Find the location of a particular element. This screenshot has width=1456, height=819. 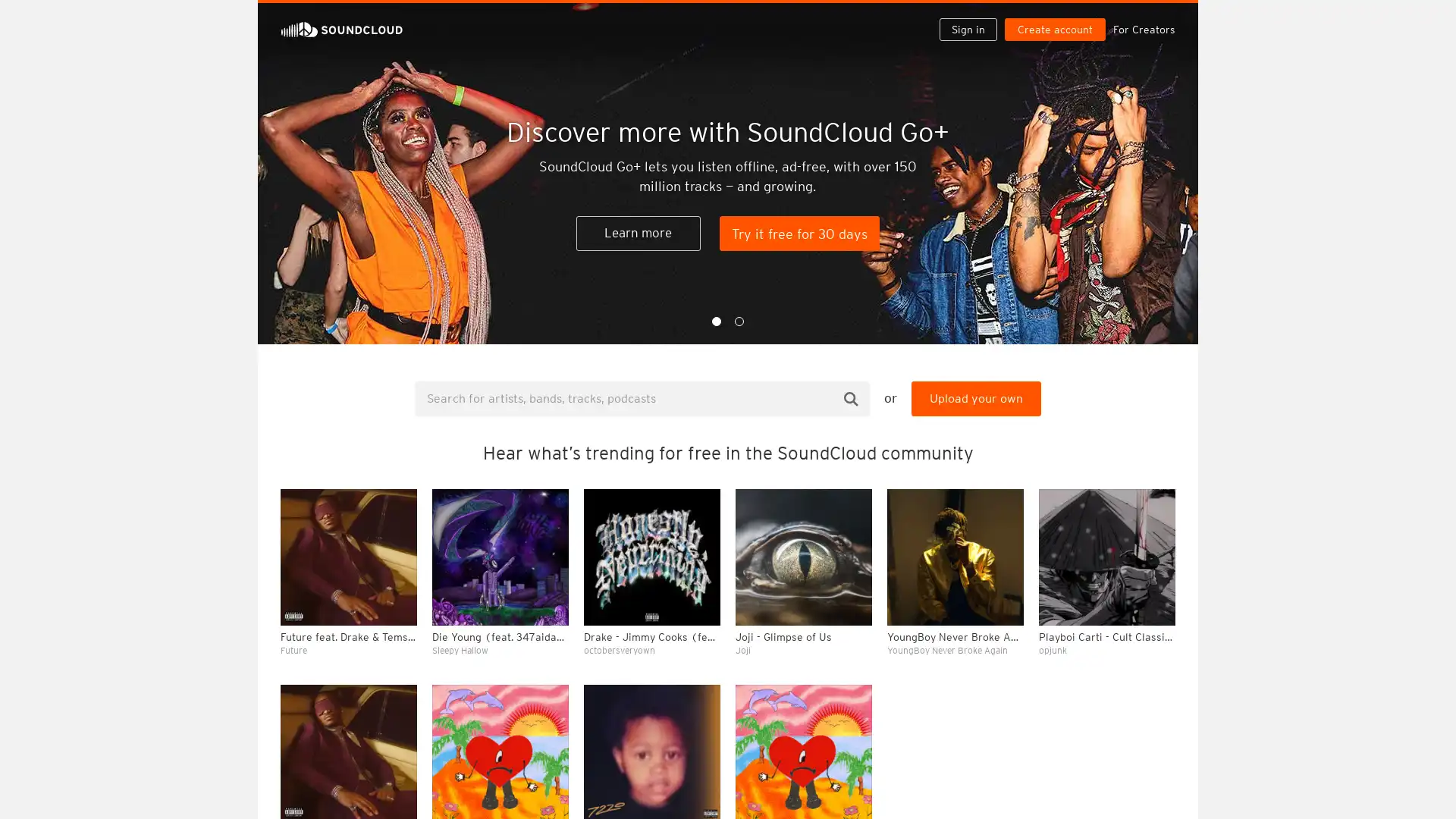

Search is located at coordinates (851, 397).